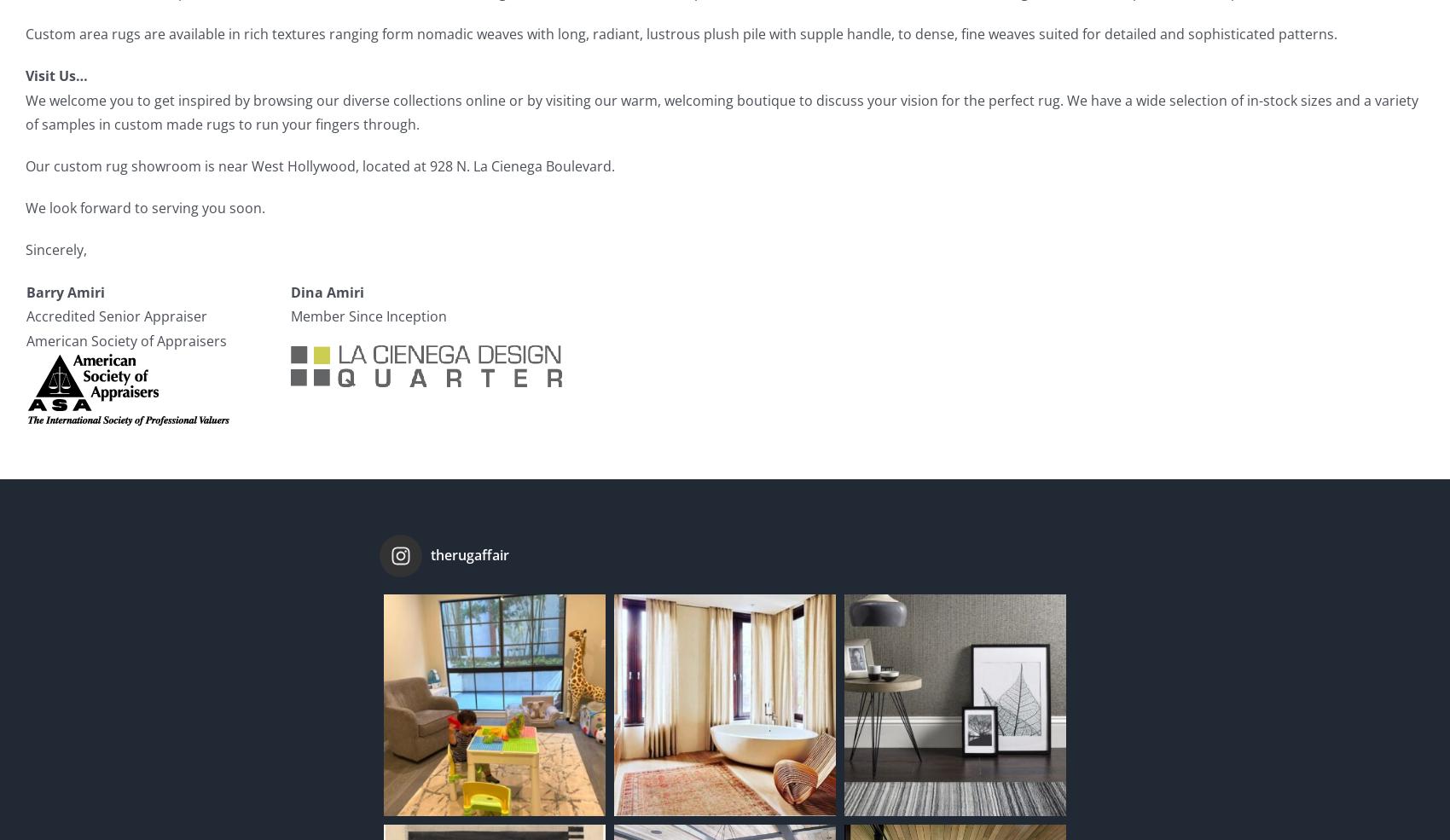 The height and width of the screenshot is (840, 1450). I want to click on 'Custom area rugs are available in rich textures ranging form nomadic weaves with long, radiant, lustrous plush pile with supple handle, to dense, fine weaves suited for detailed and sophisticated patterns.', so click(25, 32).